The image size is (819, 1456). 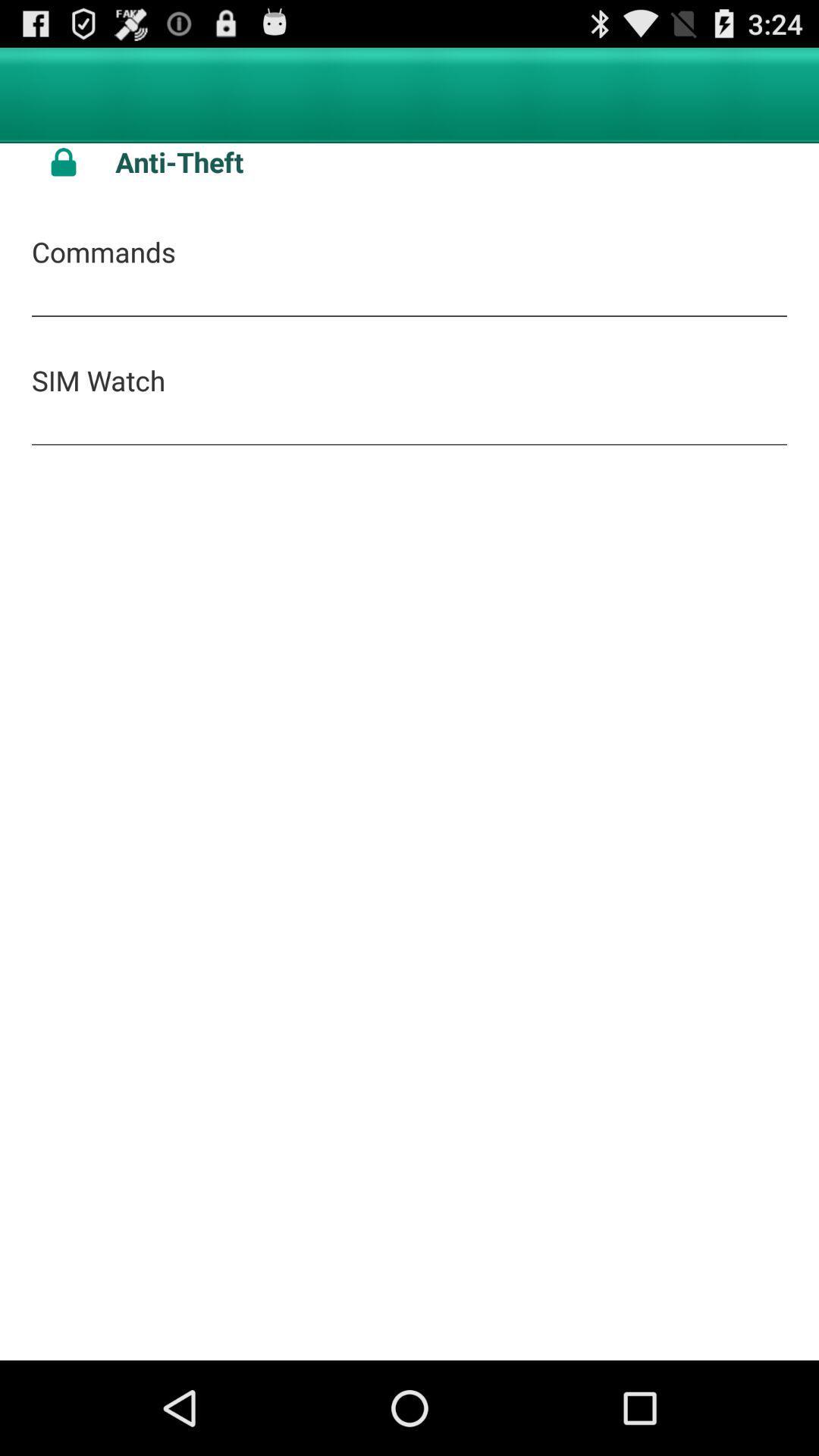 What do you see at coordinates (63, 162) in the screenshot?
I see `the icon above the commands icon` at bounding box center [63, 162].